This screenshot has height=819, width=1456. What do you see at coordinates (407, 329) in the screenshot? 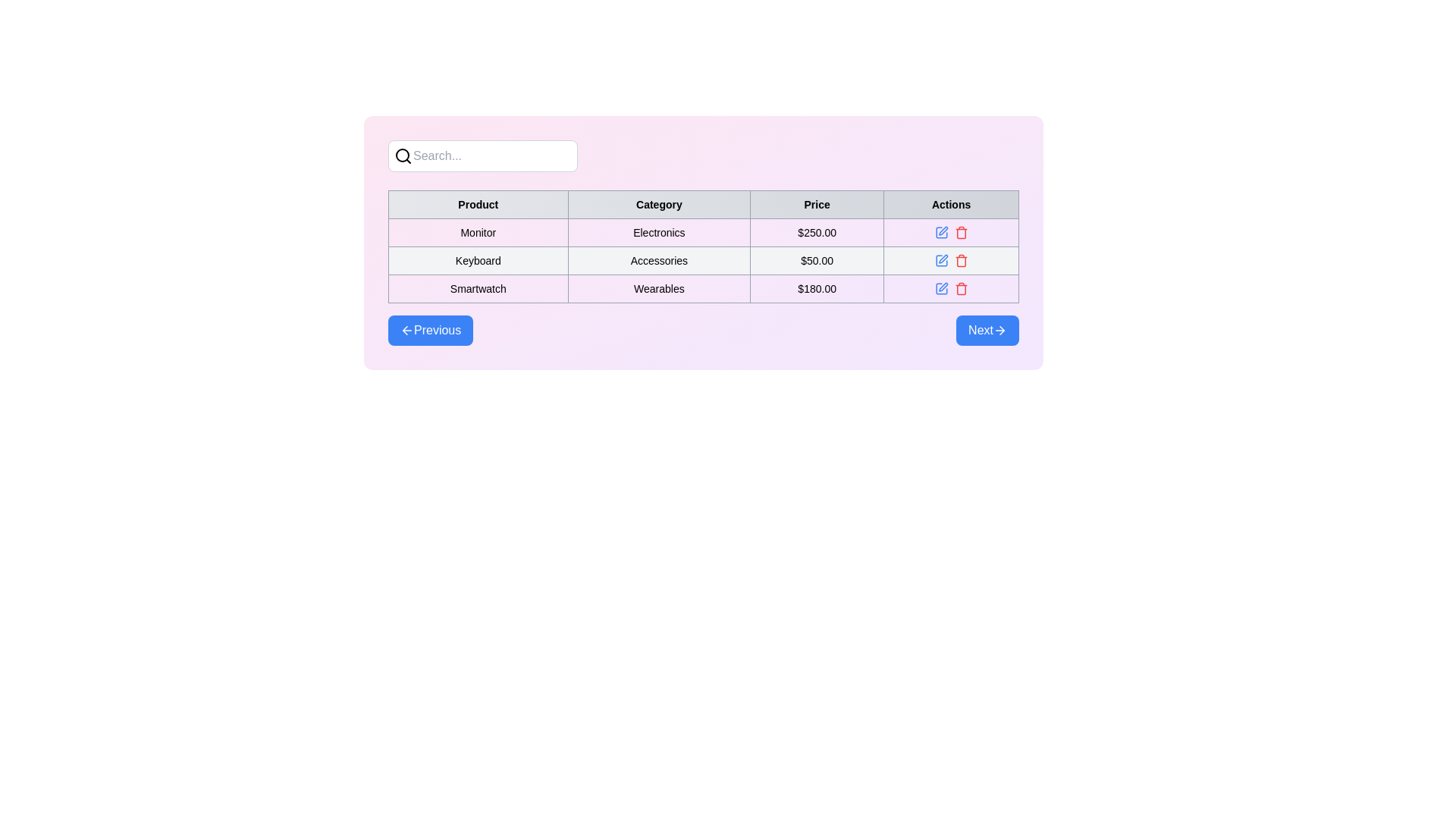
I see `the backward navigation icon located to the left of the 'Previous' text` at bounding box center [407, 329].